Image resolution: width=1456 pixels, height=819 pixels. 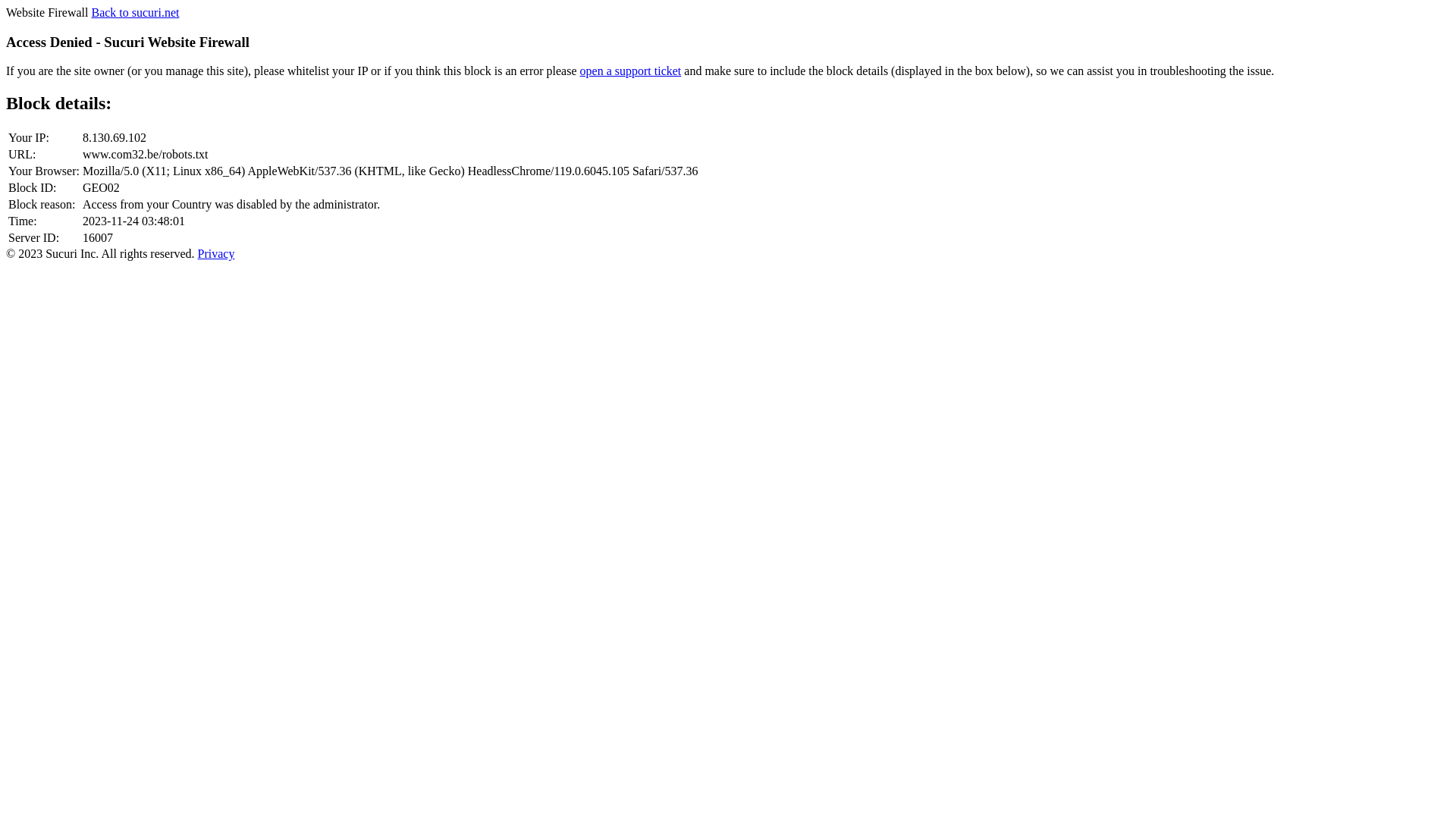 I want to click on 'Back to sucuri.net', so click(x=134, y=12).